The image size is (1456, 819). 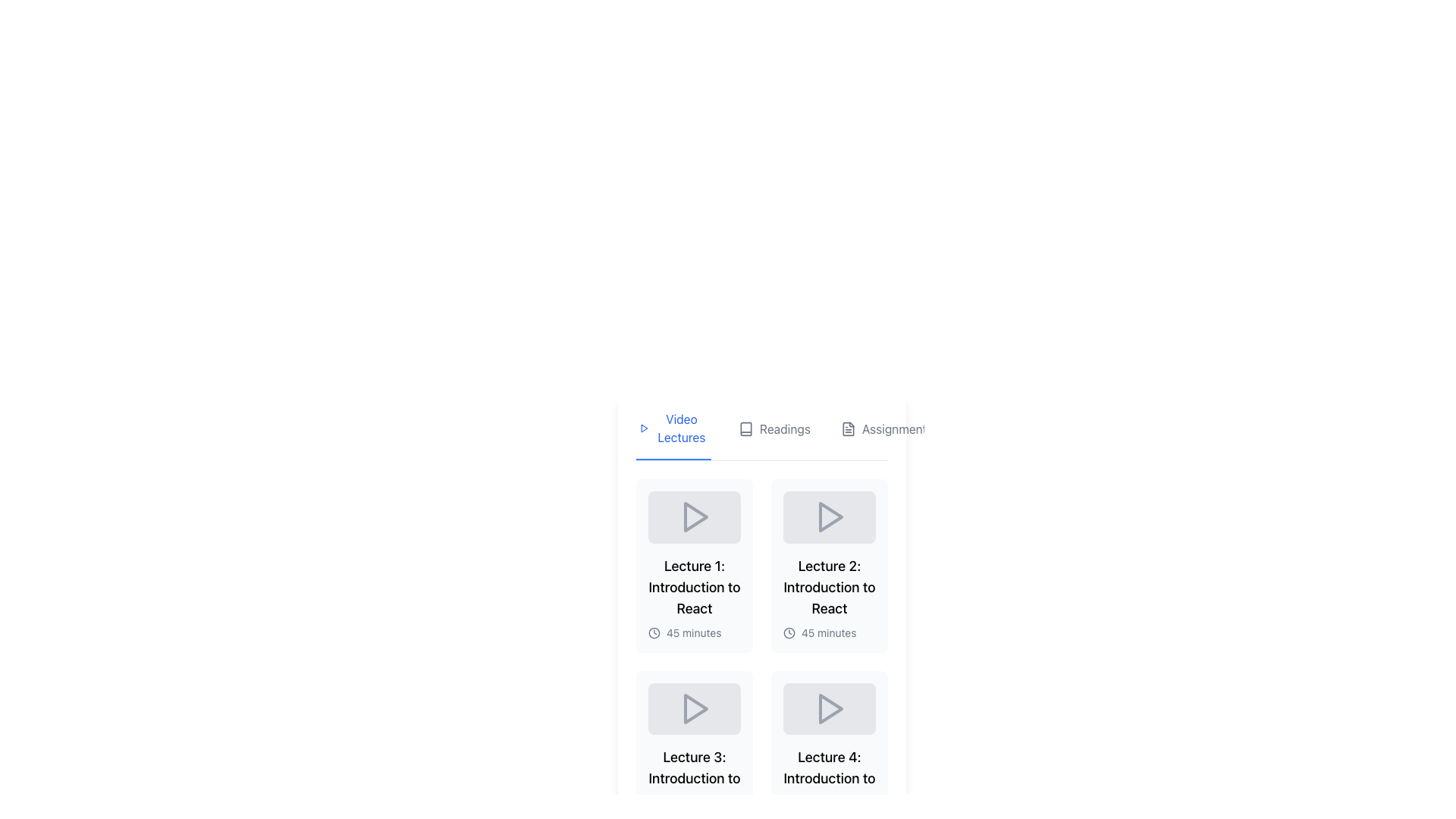 I want to click on the icon representing a document with text, which is located to the left of the 'Assignments' text, so click(x=847, y=429).